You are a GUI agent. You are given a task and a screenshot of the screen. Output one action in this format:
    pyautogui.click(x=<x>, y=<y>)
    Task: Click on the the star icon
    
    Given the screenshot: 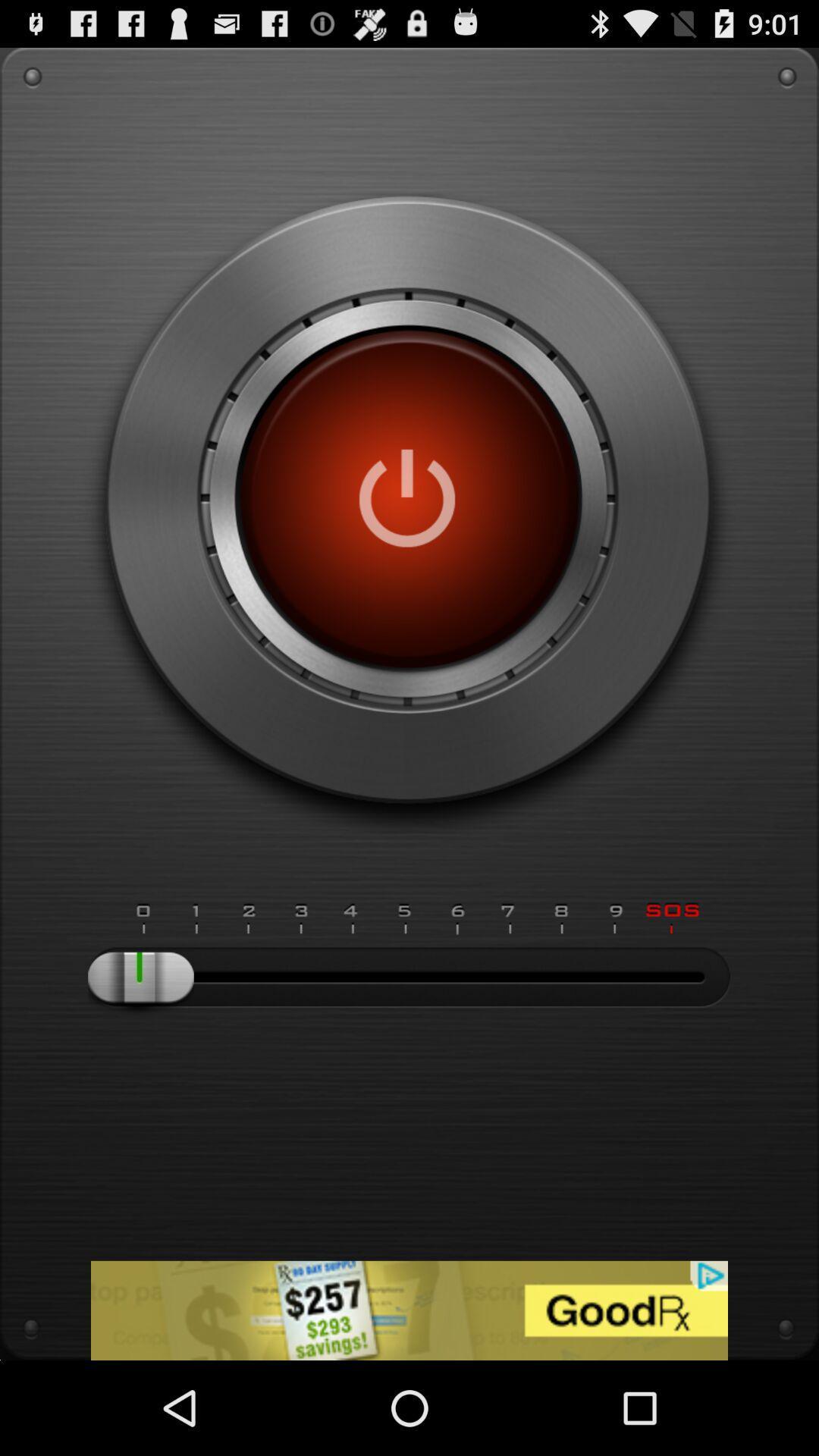 What is the action you would take?
    pyautogui.click(x=49, y=1401)
    